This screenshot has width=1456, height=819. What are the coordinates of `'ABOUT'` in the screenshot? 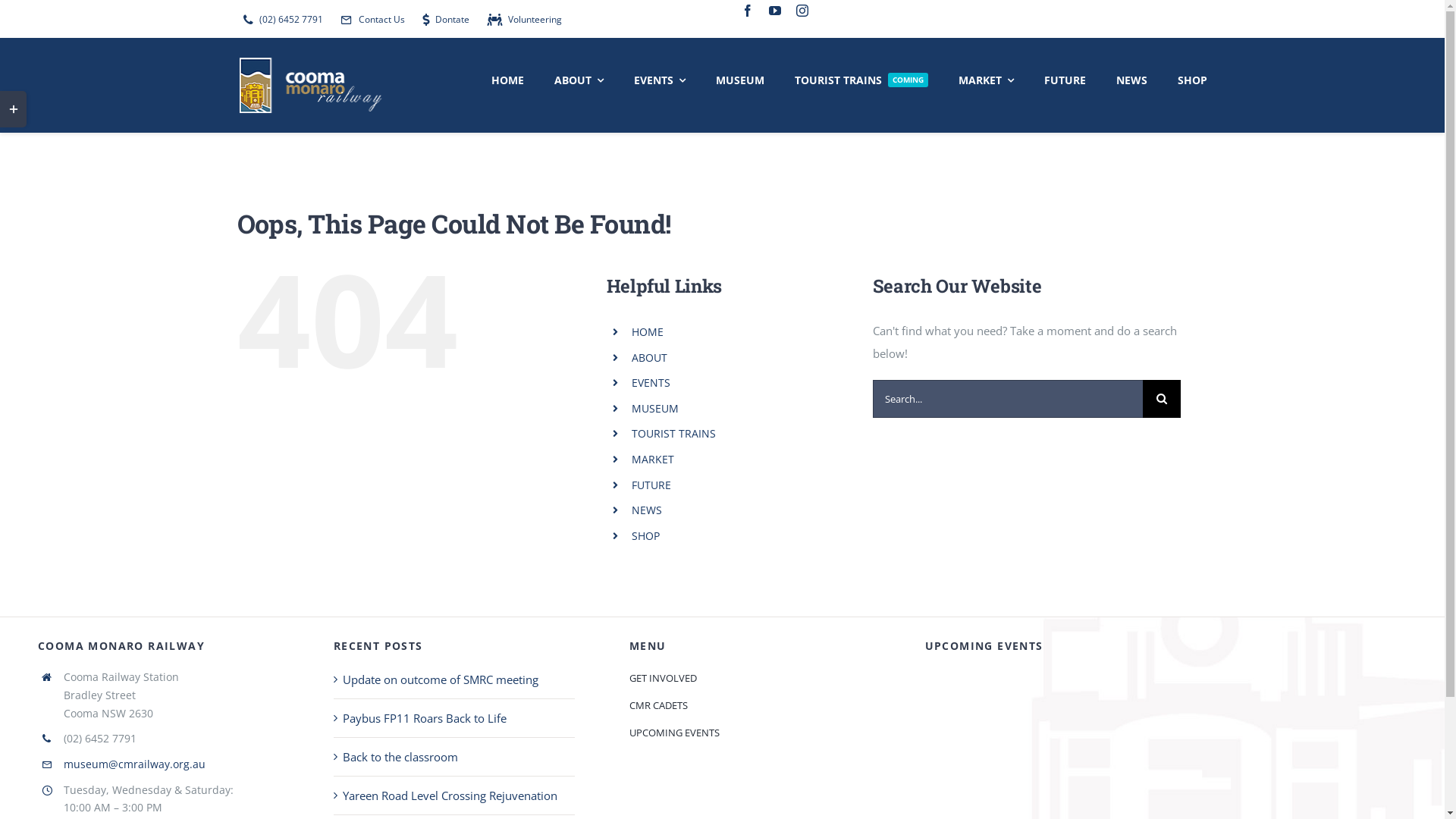 It's located at (578, 78).